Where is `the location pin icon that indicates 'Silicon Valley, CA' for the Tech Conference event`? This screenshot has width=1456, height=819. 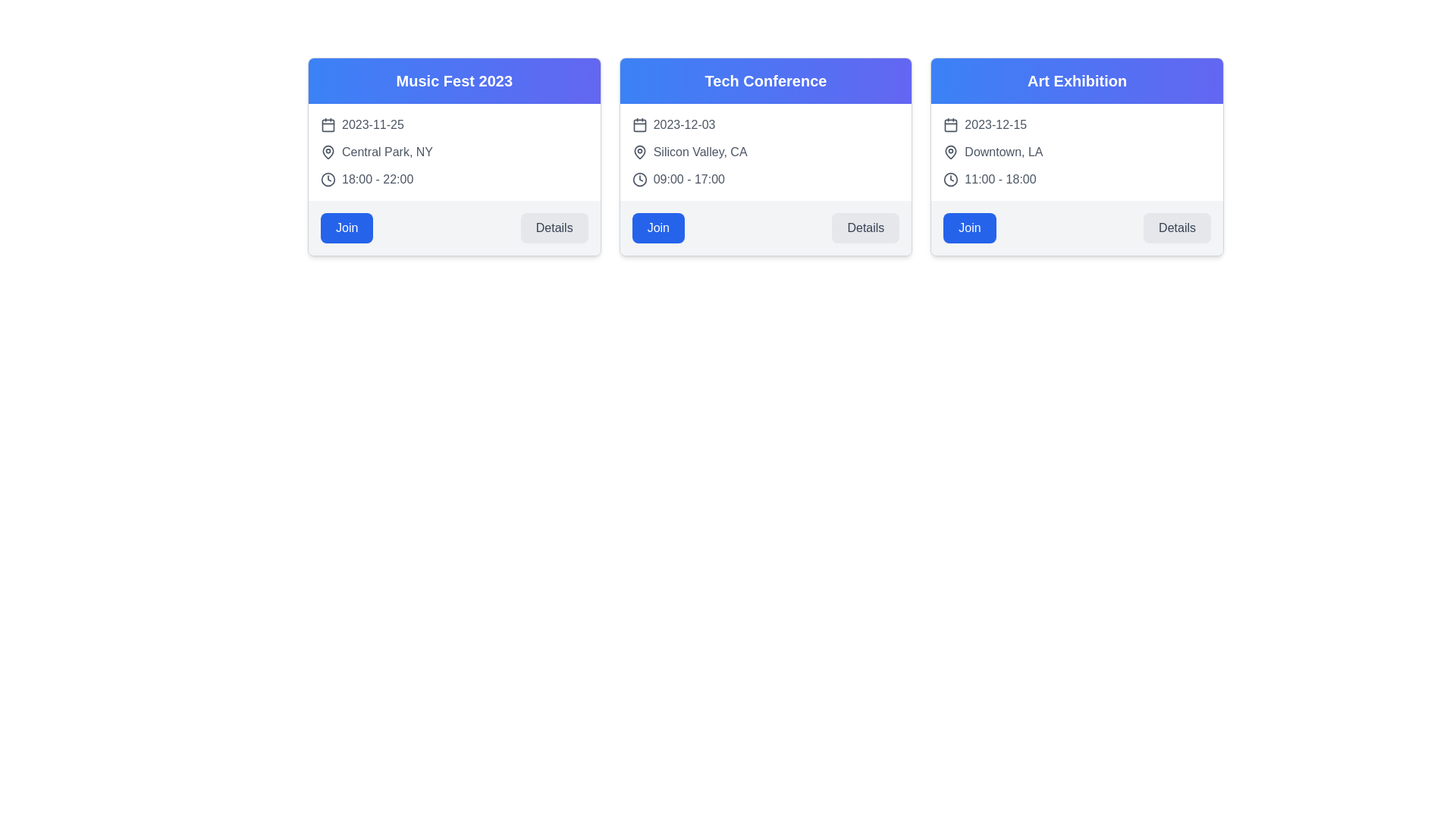
the location pin icon that indicates 'Silicon Valley, CA' for the Tech Conference event is located at coordinates (639, 152).